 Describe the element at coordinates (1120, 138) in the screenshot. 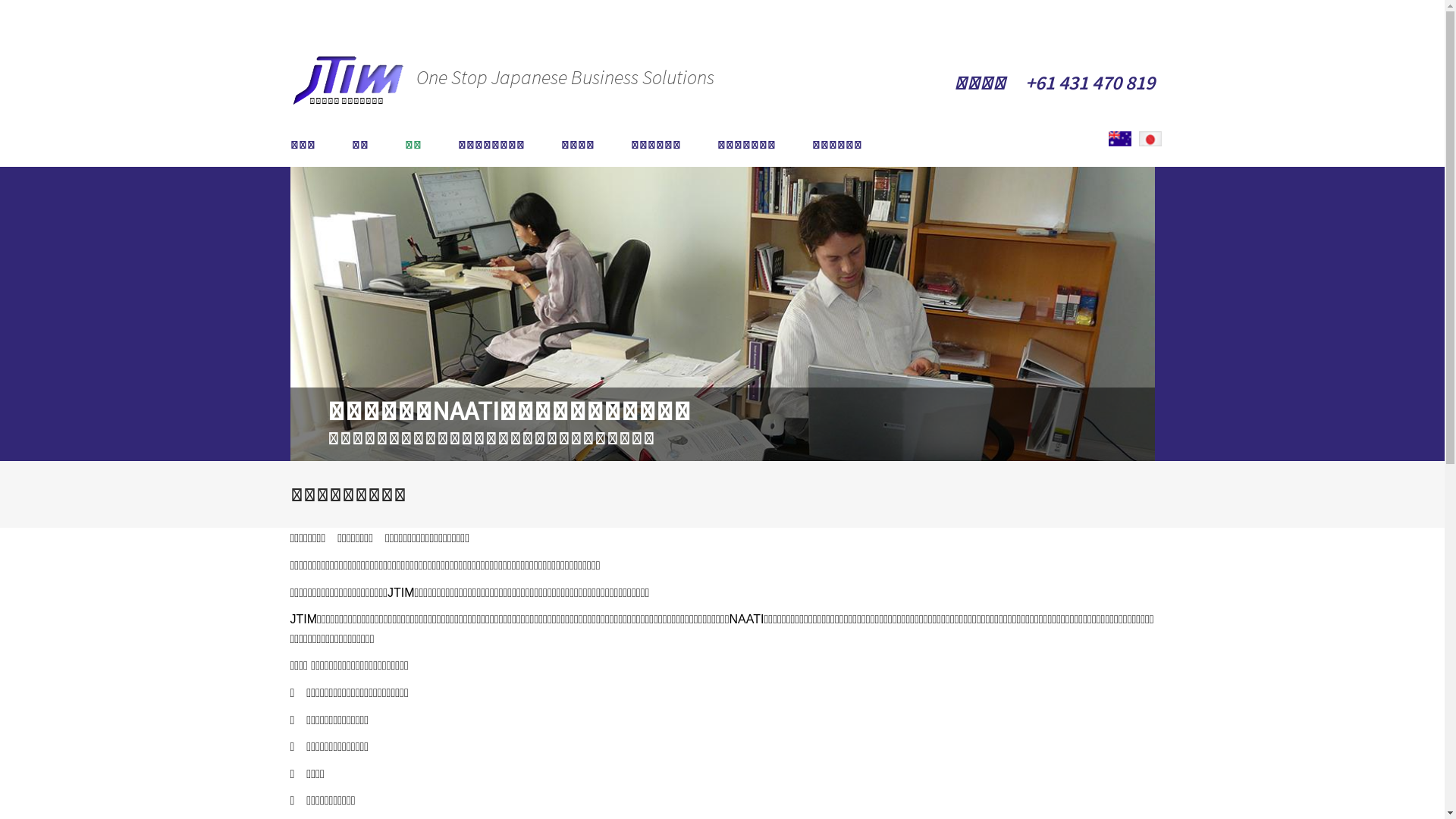

I see `'Translator'` at that location.